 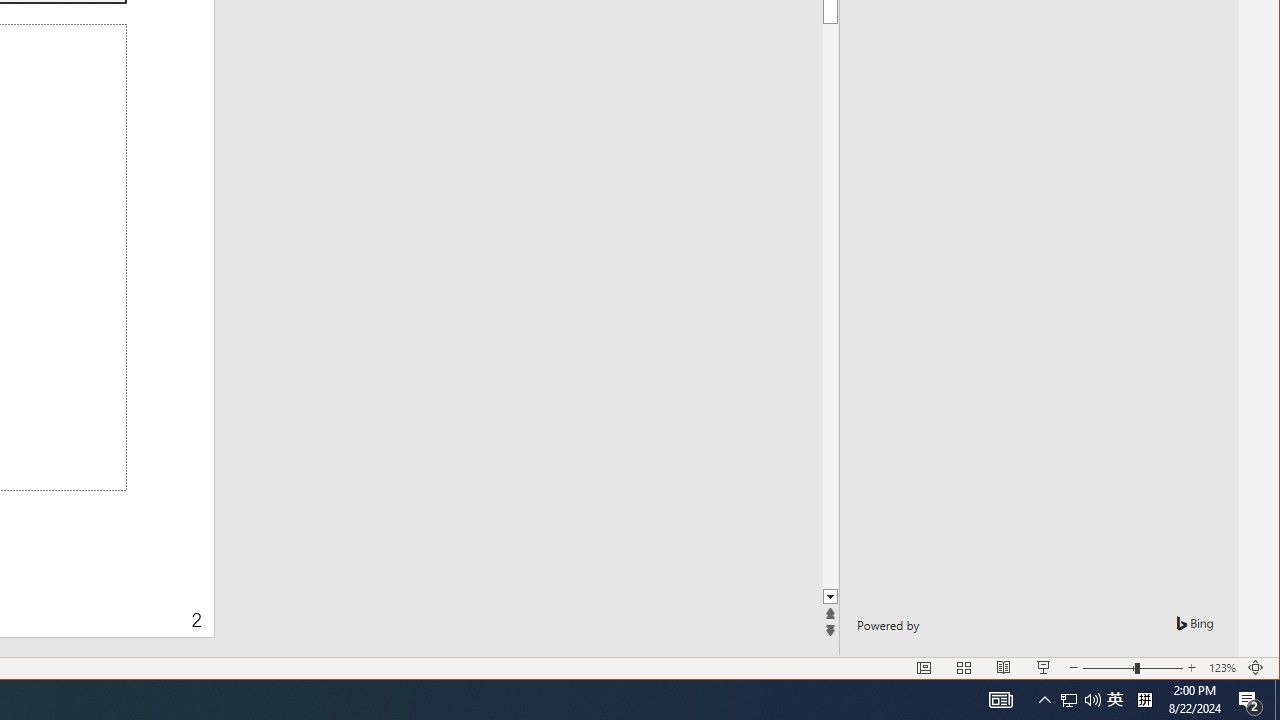 What do you see at coordinates (1221, 668) in the screenshot?
I see `'Zoom 123%'` at bounding box center [1221, 668].